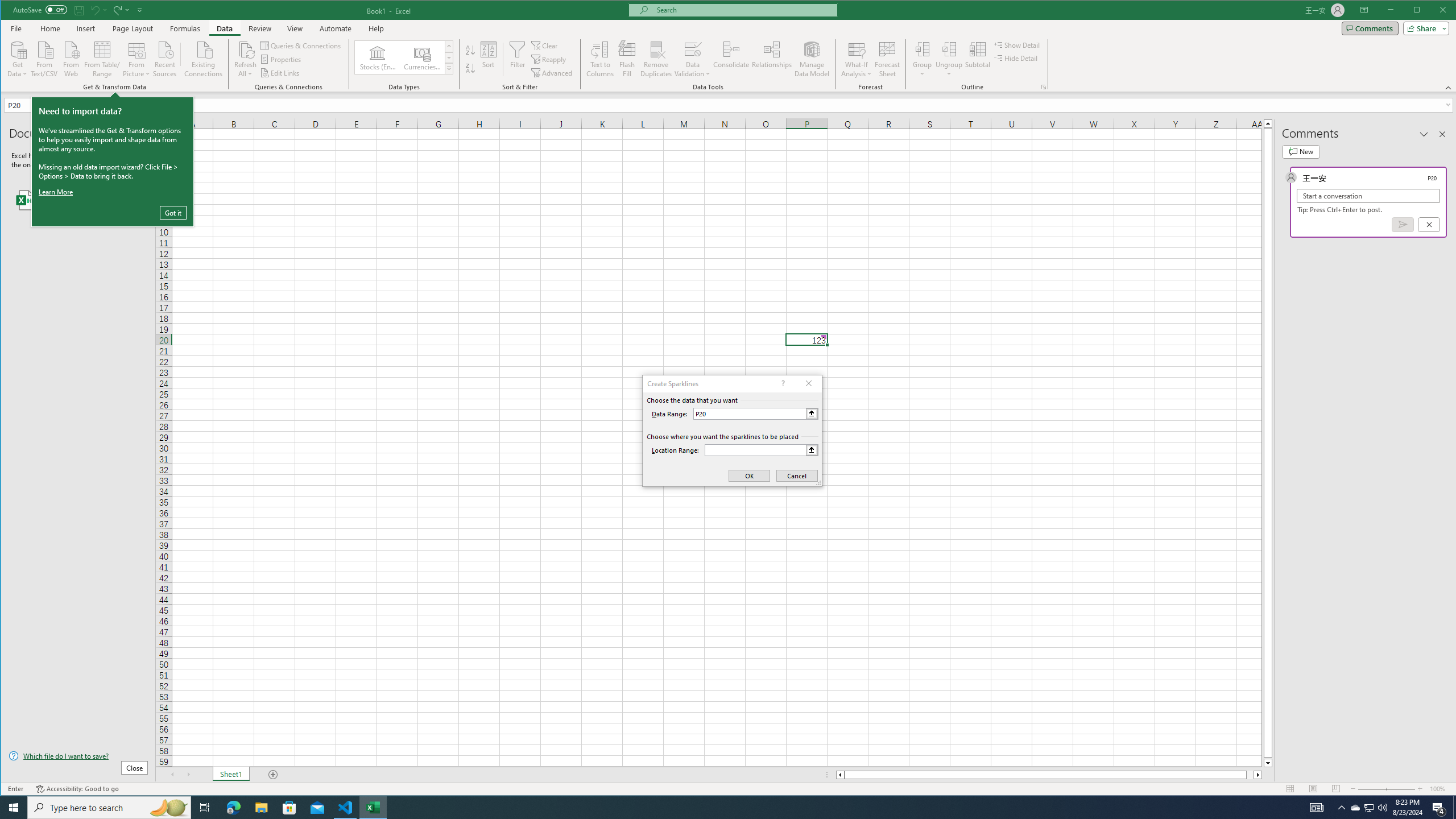  I want to click on 'Sheet1', so click(230, 775).